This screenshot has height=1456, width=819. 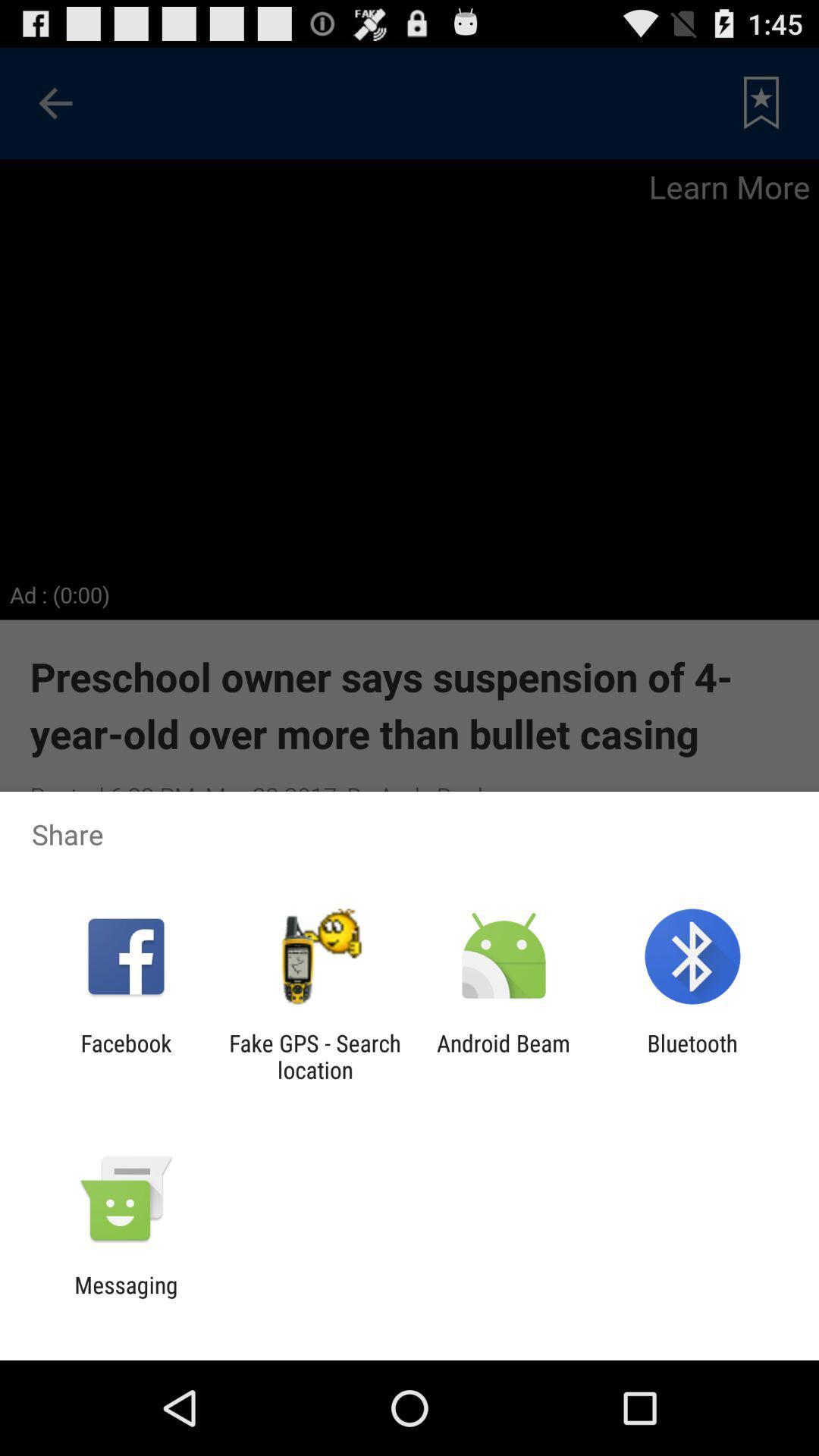 I want to click on the bluetooth item, so click(x=692, y=1056).